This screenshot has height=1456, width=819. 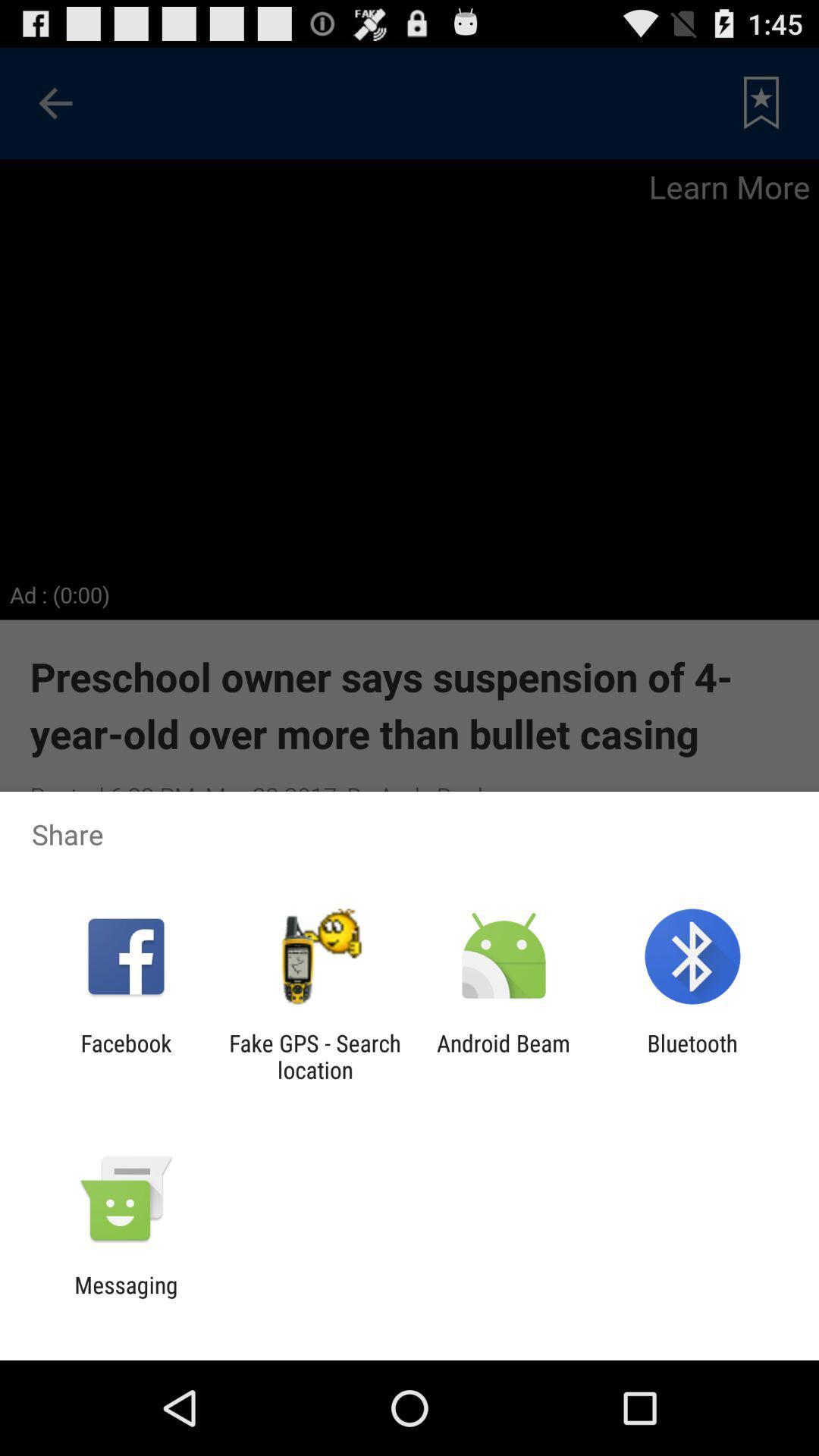 I want to click on the bluetooth item, so click(x=692, y=1056).